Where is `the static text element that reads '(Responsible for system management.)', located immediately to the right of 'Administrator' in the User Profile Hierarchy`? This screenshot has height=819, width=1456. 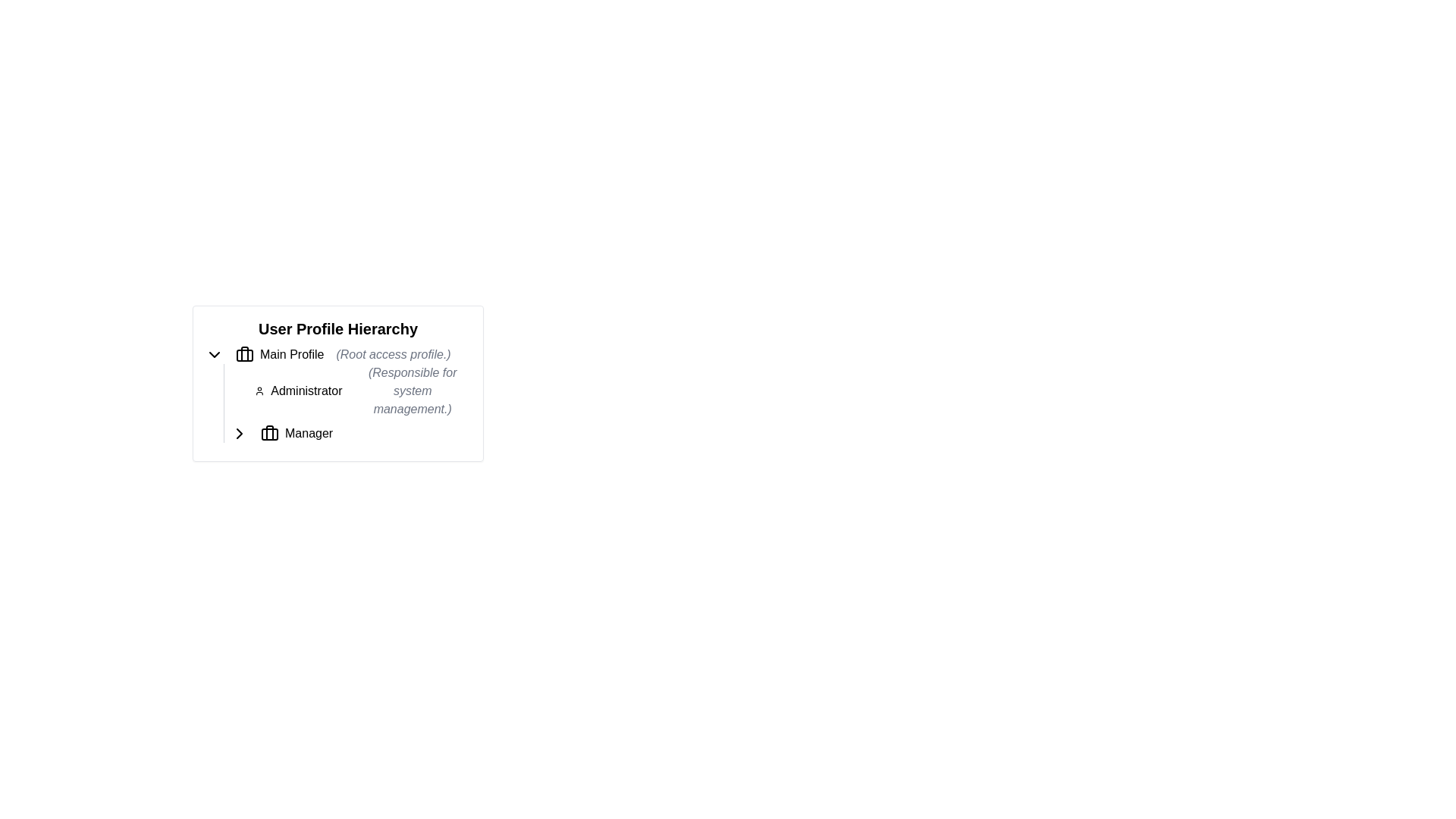 the static text element that reads '(Responsible for system management.)', located immediately to the right of 'Administrator' in the User Profile Hierarchy is located at coordinates (413, 391).